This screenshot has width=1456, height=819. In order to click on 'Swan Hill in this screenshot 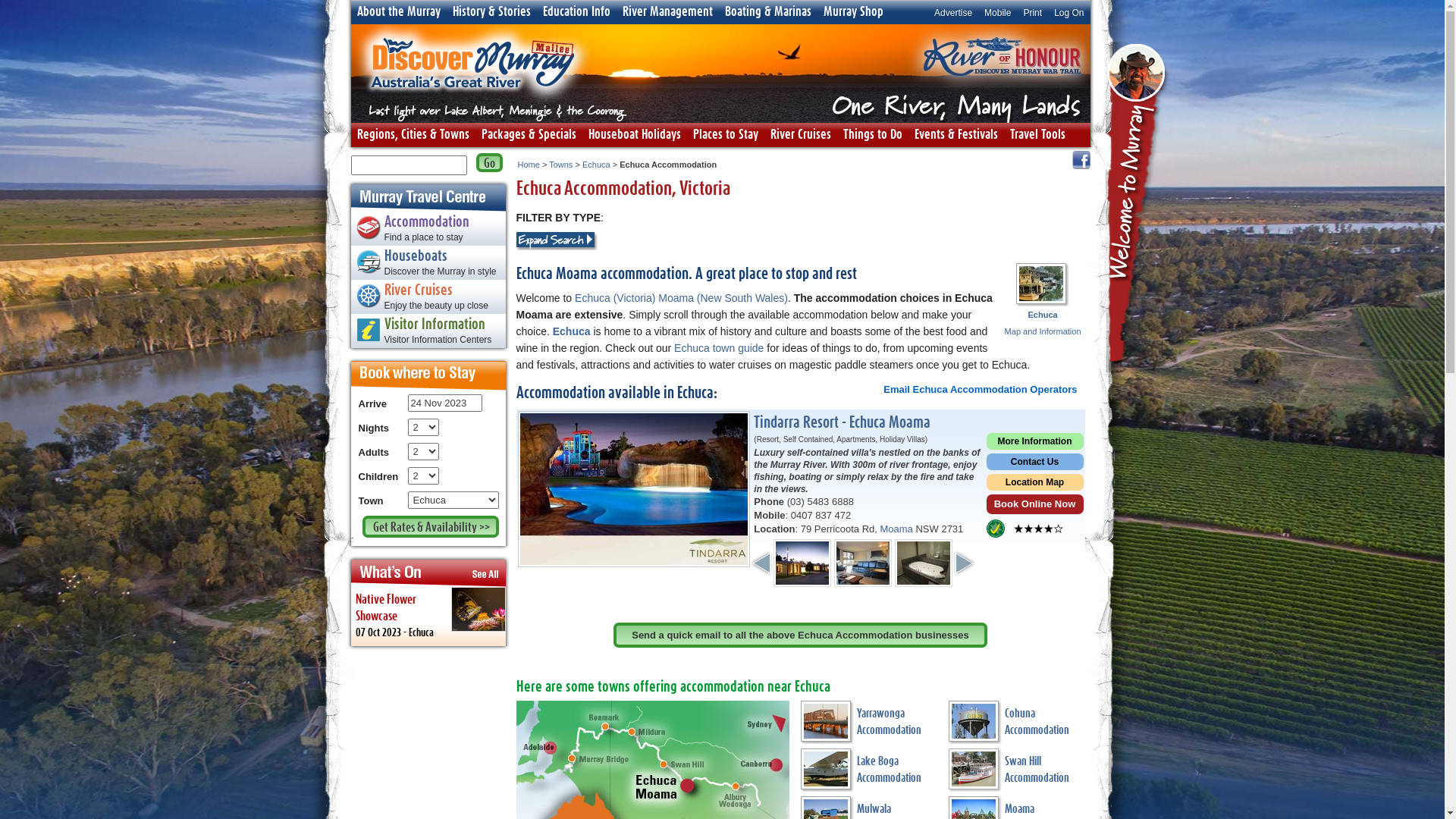, I will do `click(1015, 772)`.